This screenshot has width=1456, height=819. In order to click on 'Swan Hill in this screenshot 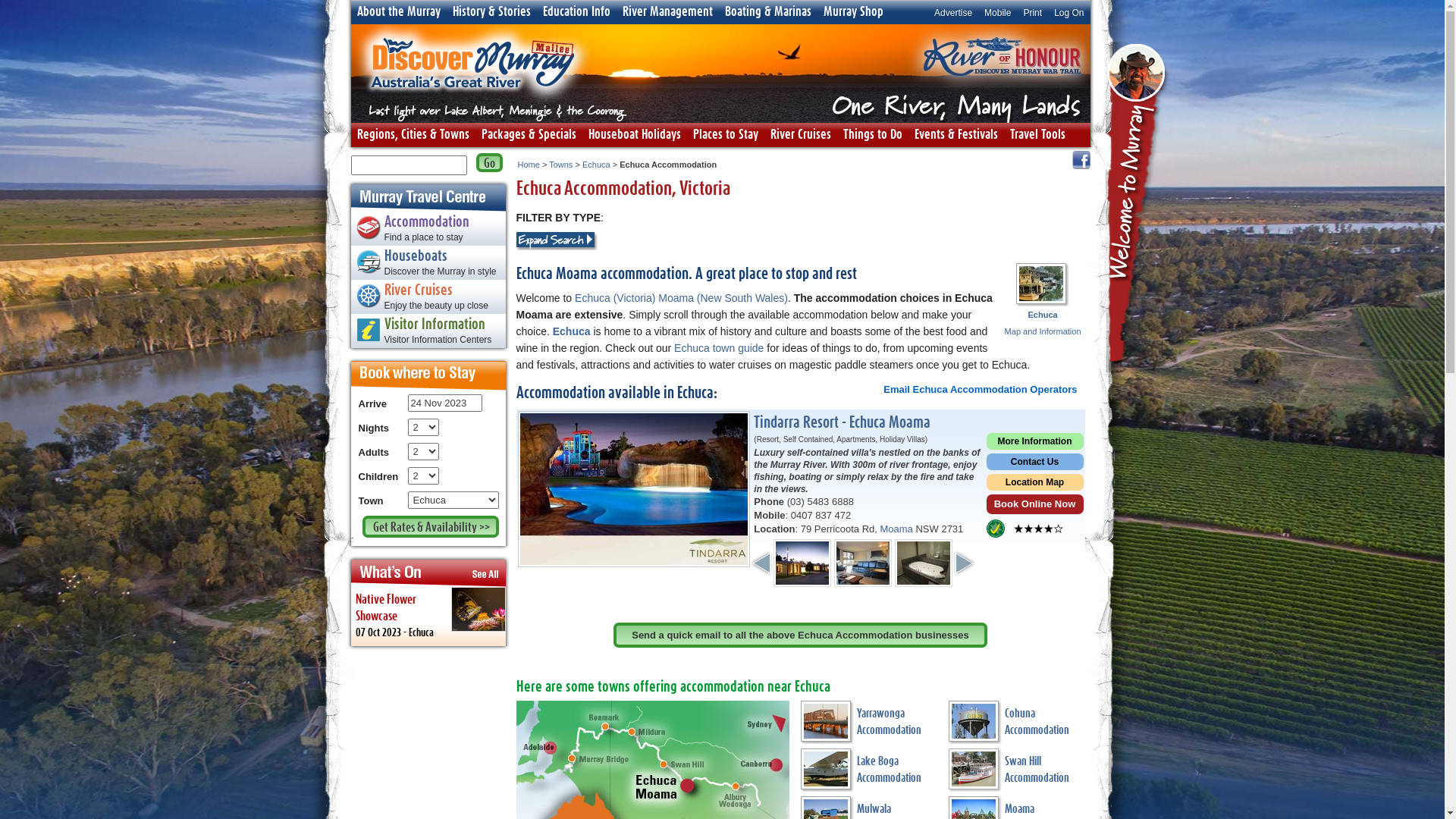, I will do `click(1015, 772)`.